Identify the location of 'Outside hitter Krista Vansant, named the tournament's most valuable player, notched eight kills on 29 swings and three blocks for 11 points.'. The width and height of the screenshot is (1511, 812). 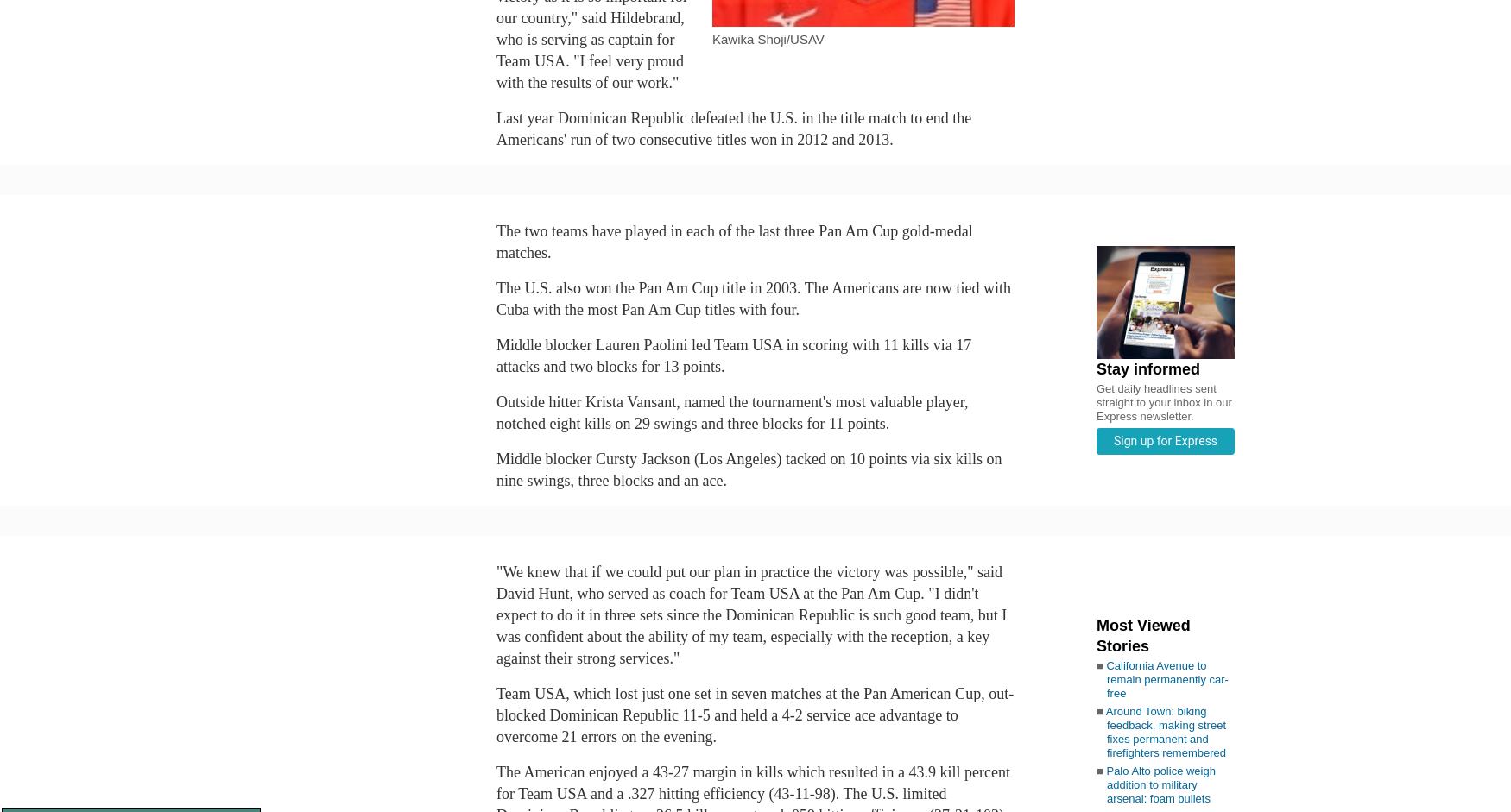
(496, 412).